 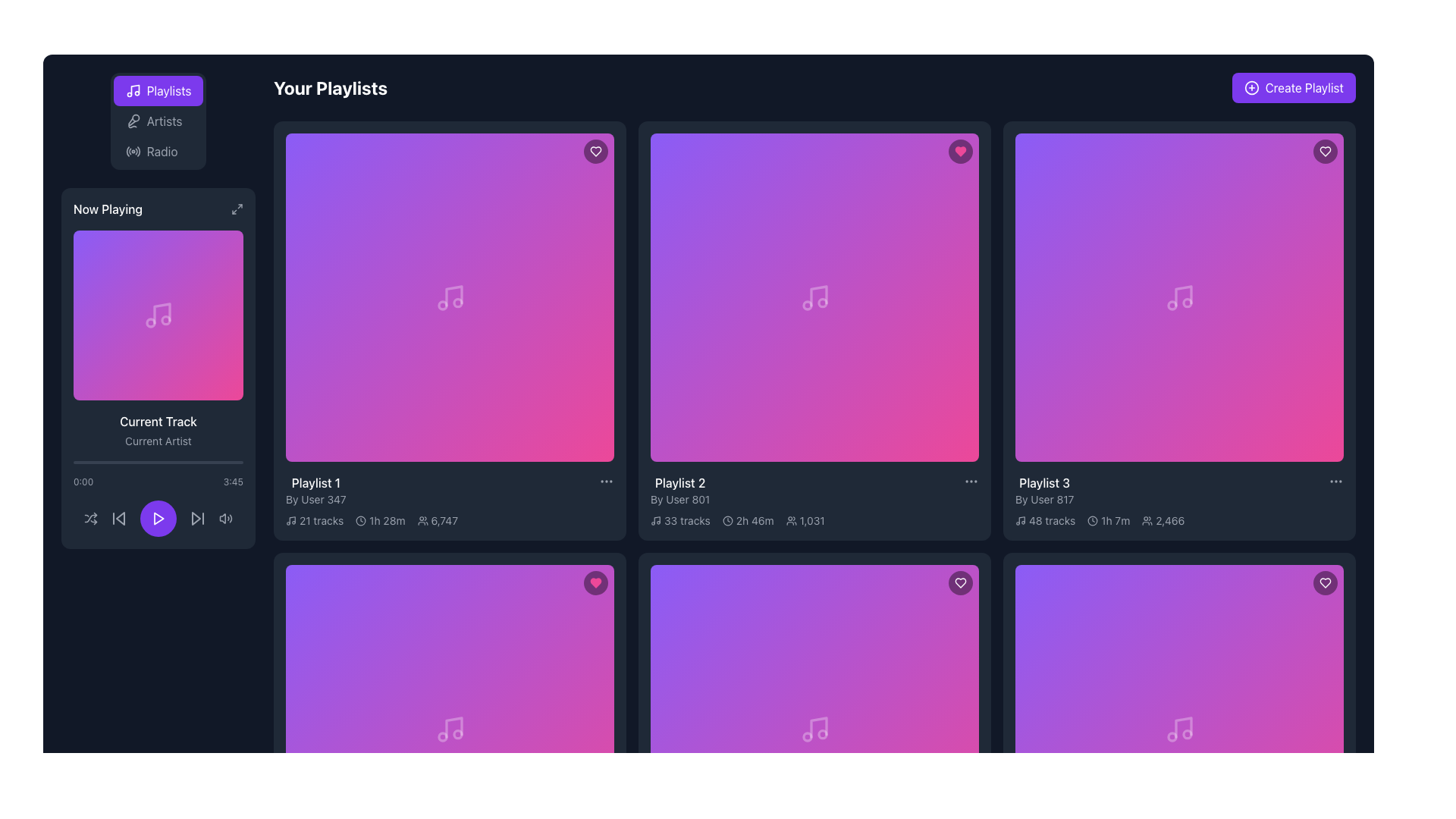 What do you see at coordinates (387, 519) in the screenshot?
I see `the text element displaying '1h 28m' in light gray color, which is part of the metadata under the playlist card for 'Playlist 1'` at bounding box center [387, 519].